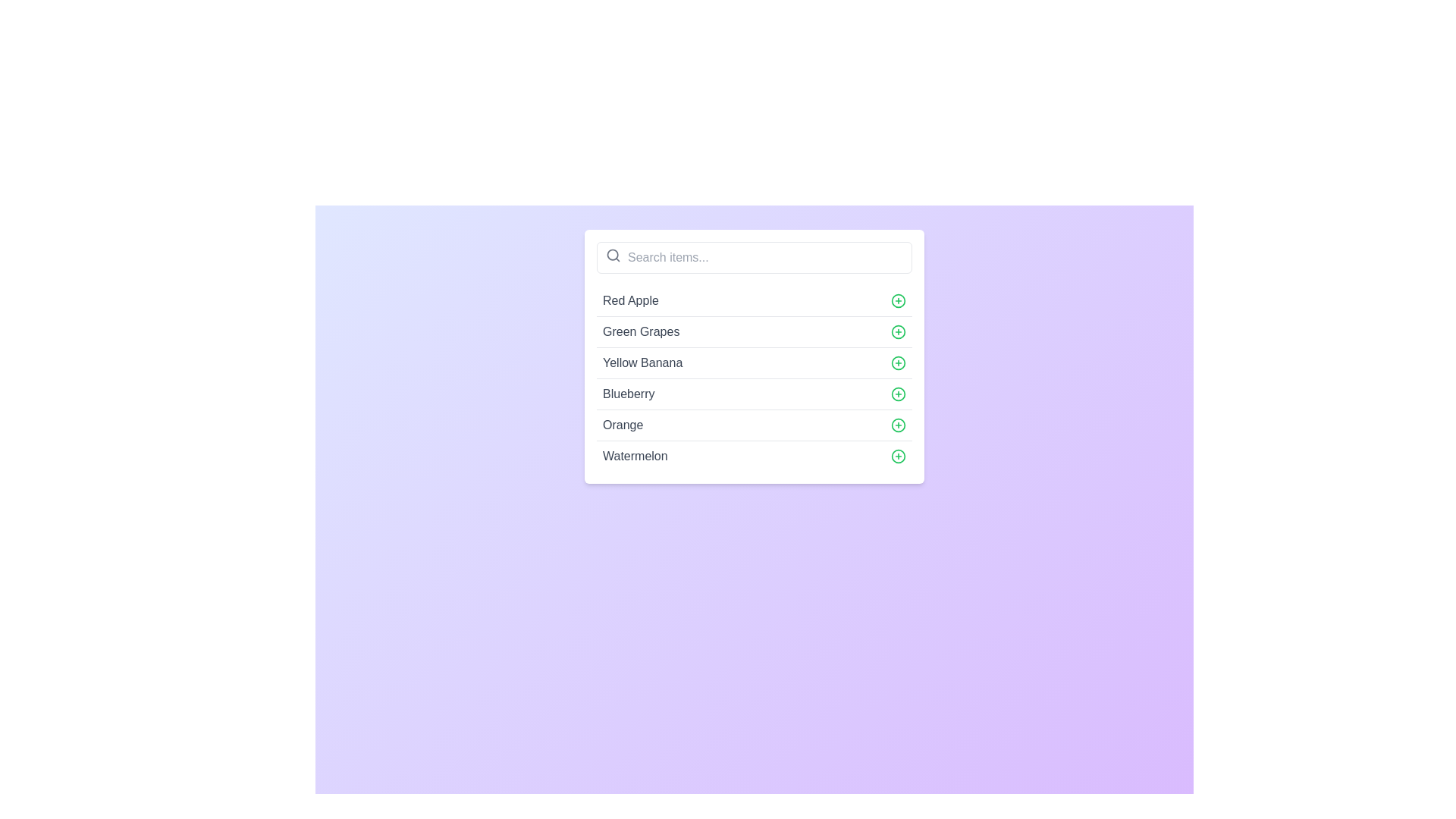 The width and height of the screenshot is (1456, 819). I want to click on the selectable list item for 'Watermelon', so click(754, 455).